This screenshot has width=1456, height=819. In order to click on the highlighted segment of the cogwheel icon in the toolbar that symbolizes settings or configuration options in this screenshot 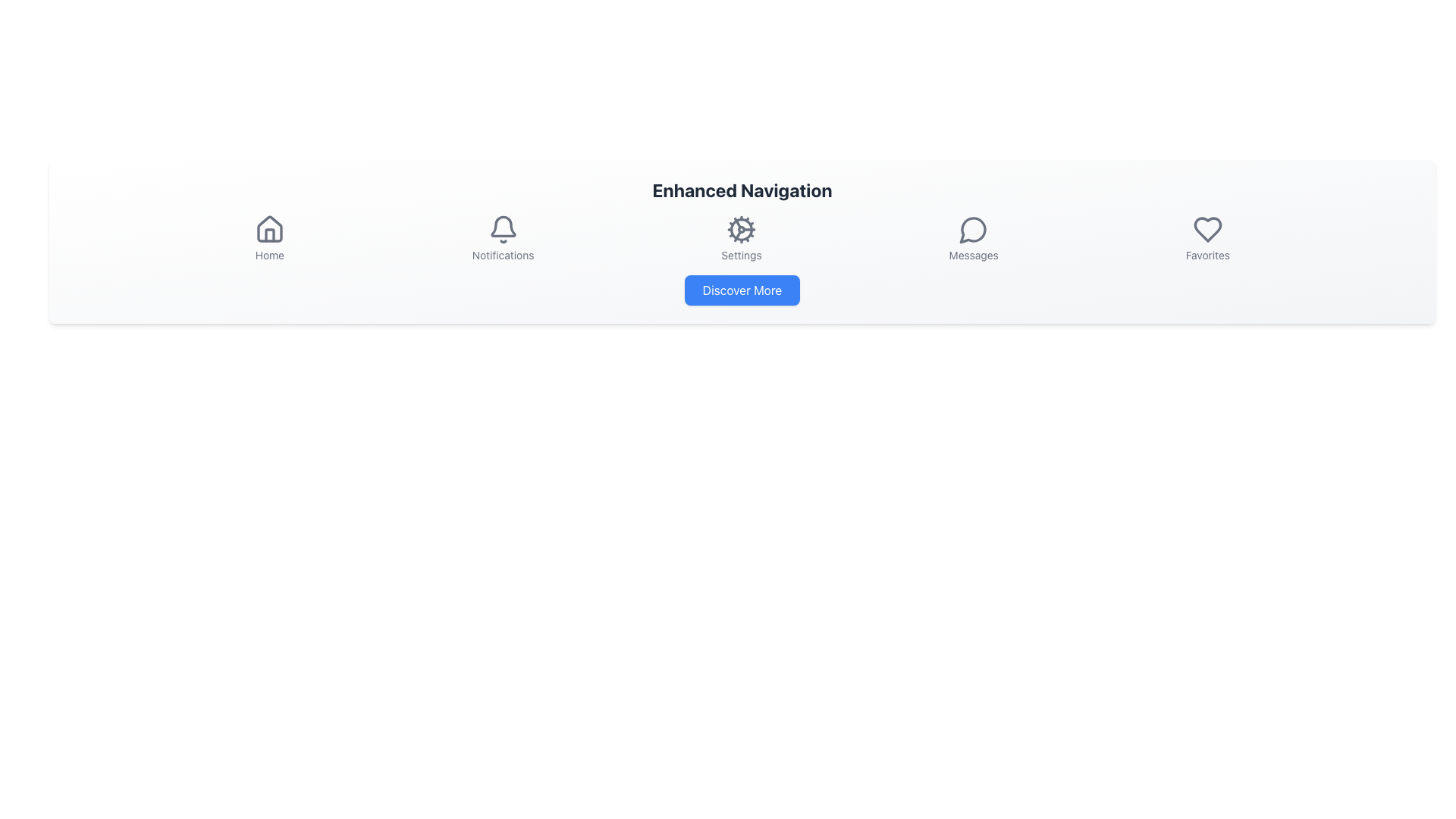, I will do `click(738, 236)`.